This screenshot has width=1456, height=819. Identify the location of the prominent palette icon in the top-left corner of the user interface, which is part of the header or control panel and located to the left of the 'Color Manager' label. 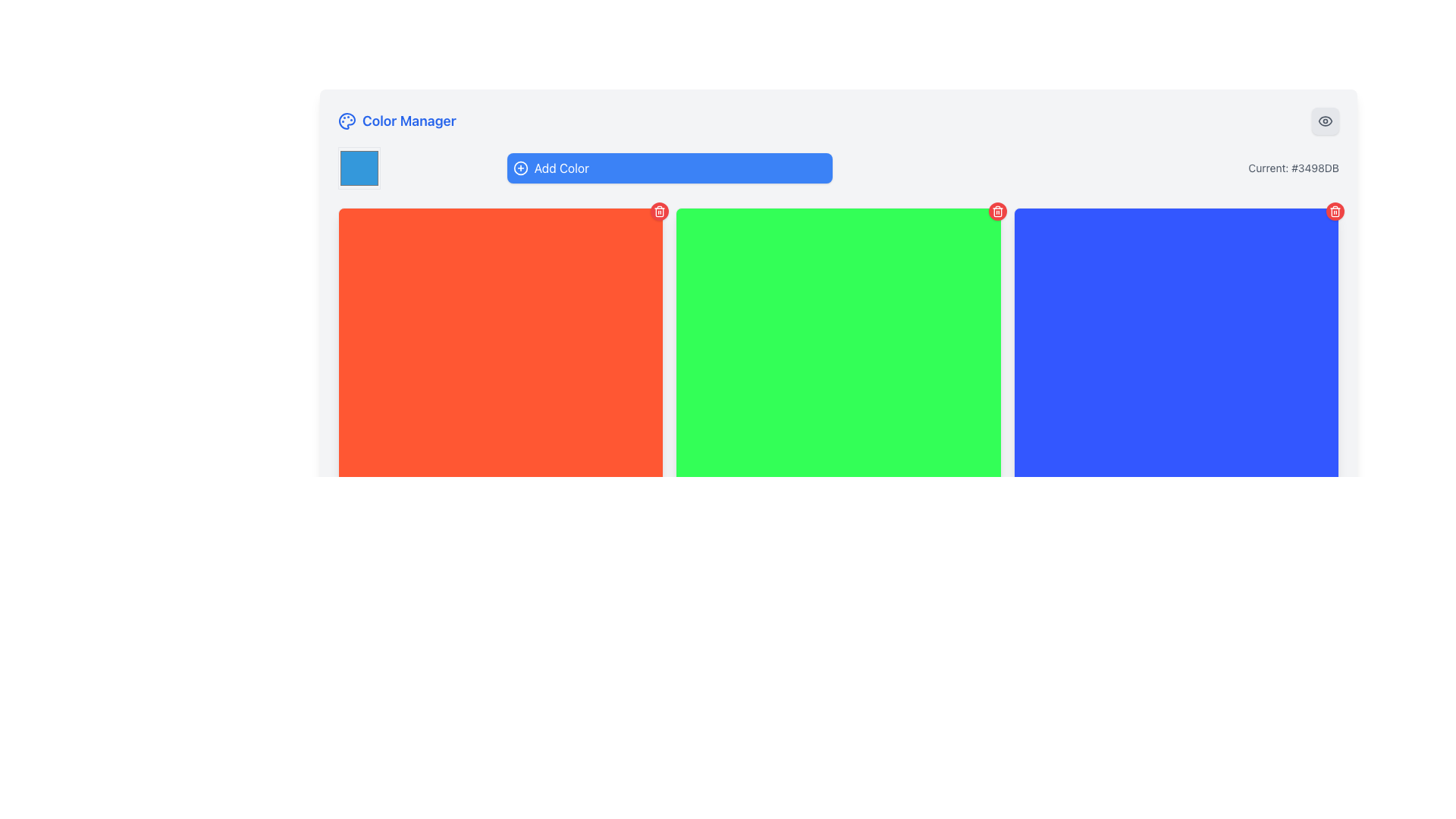
(346, 120).